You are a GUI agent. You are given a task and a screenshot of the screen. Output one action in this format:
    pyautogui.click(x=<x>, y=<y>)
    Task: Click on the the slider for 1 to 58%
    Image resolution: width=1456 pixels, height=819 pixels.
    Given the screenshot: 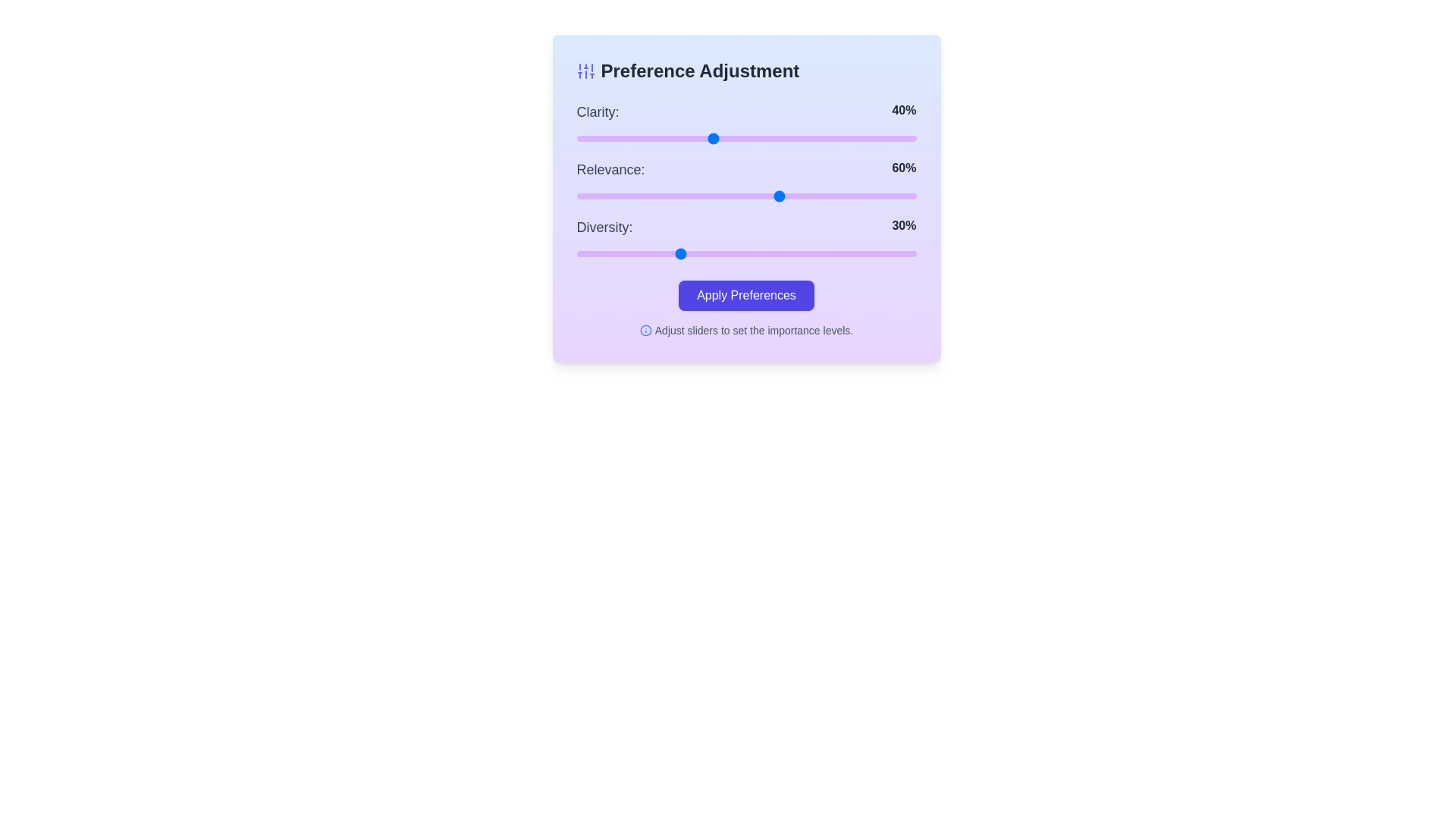 What is the action you would take?
    pyautogui.click(x=773, y=195)
    